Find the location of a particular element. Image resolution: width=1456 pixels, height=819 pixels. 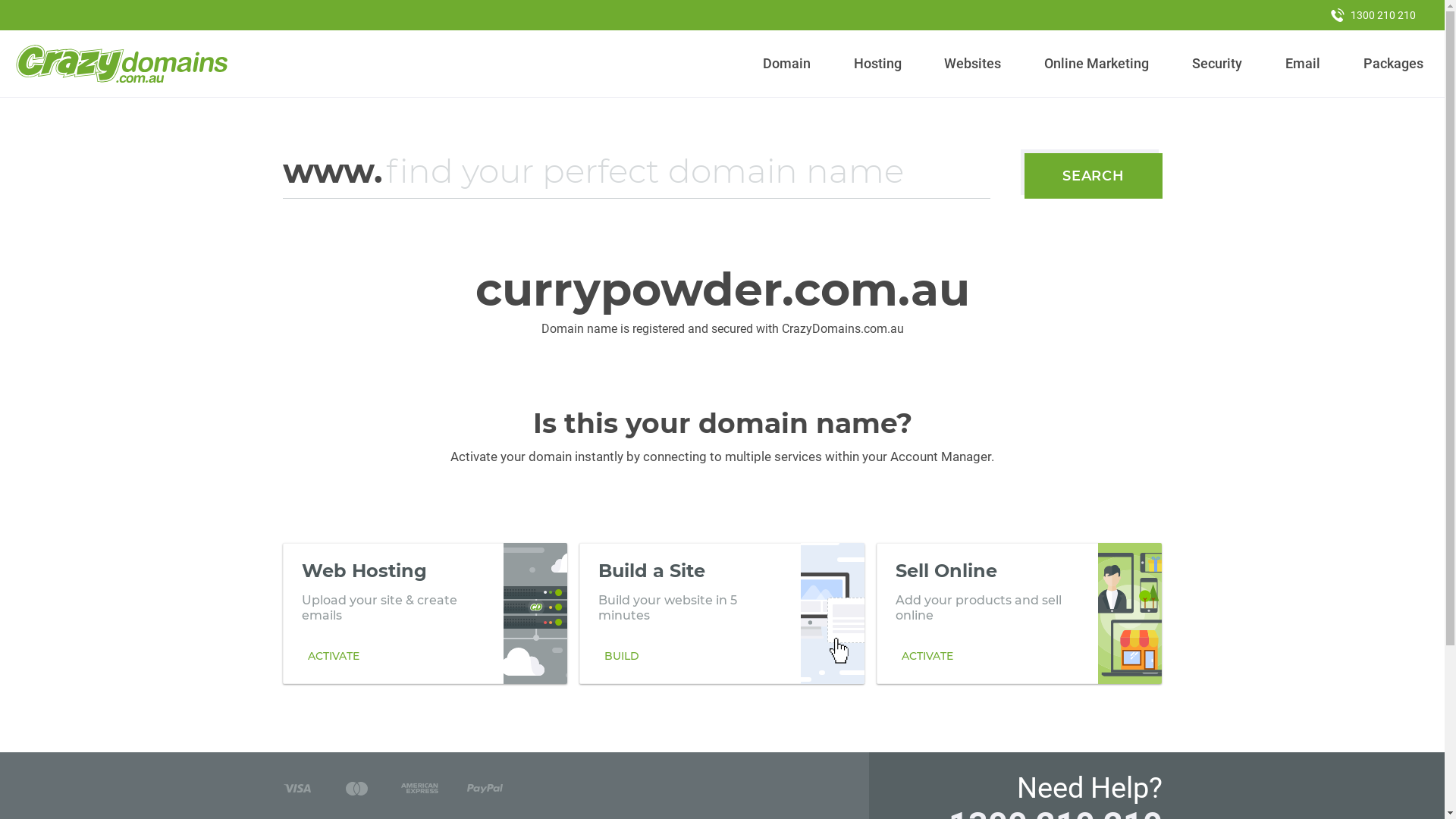

'Websites' is located at coordinates (972, 63).